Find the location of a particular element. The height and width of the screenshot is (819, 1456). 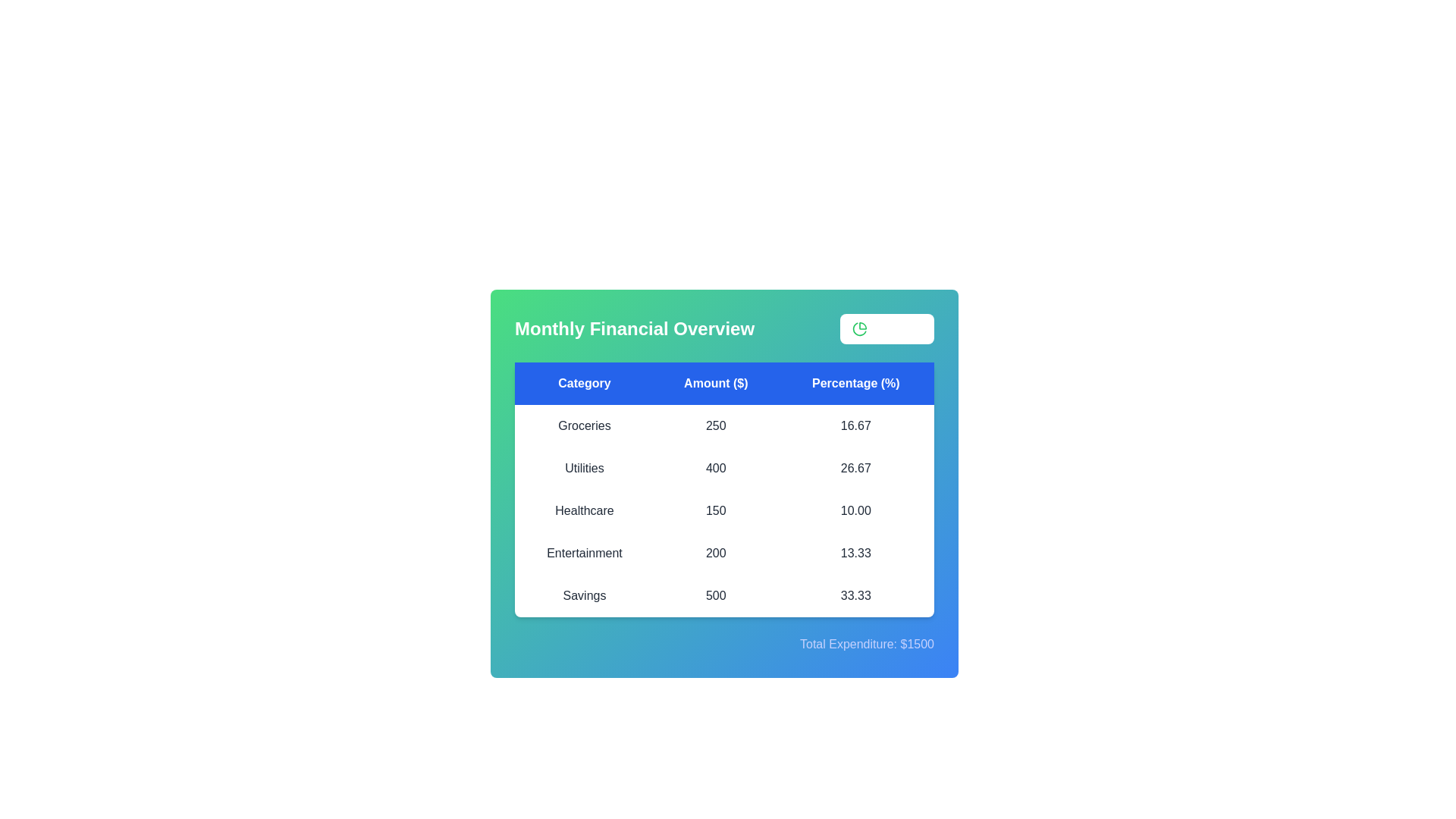

the table row corresponding to Utilities is located at coordinates (723, 467).